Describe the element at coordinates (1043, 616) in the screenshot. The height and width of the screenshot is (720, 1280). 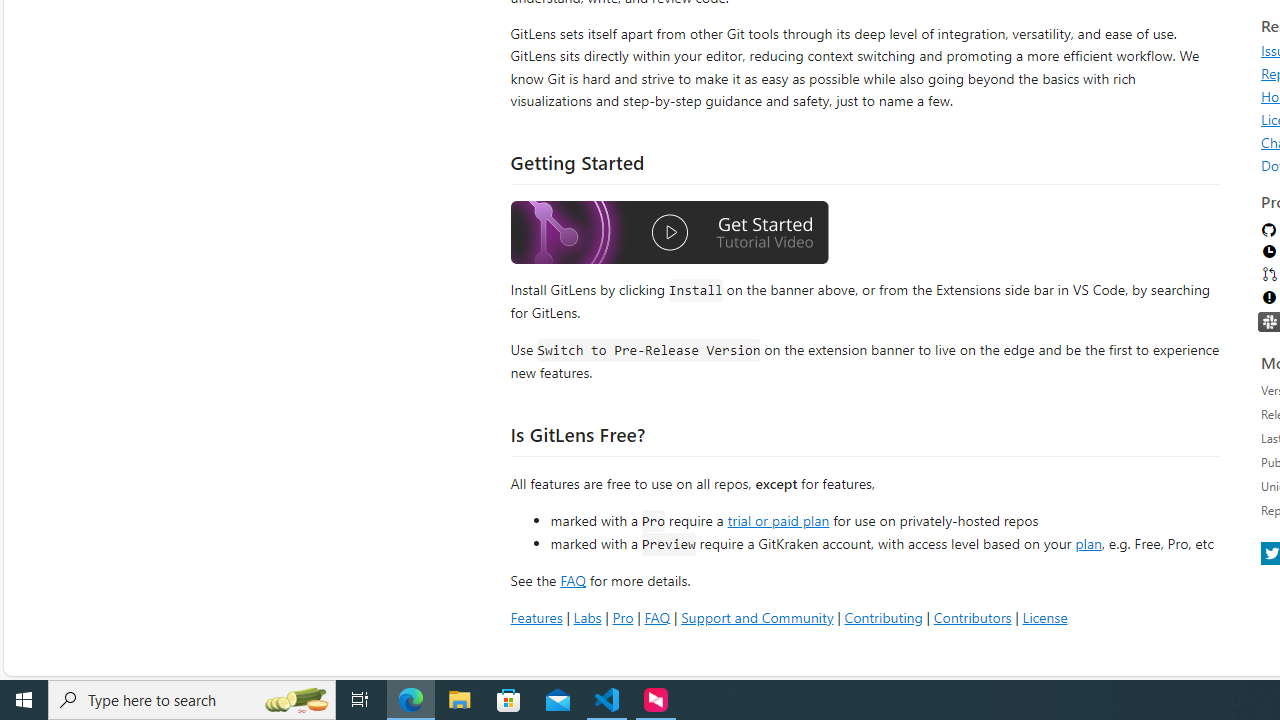
I see `'License'` at that location.